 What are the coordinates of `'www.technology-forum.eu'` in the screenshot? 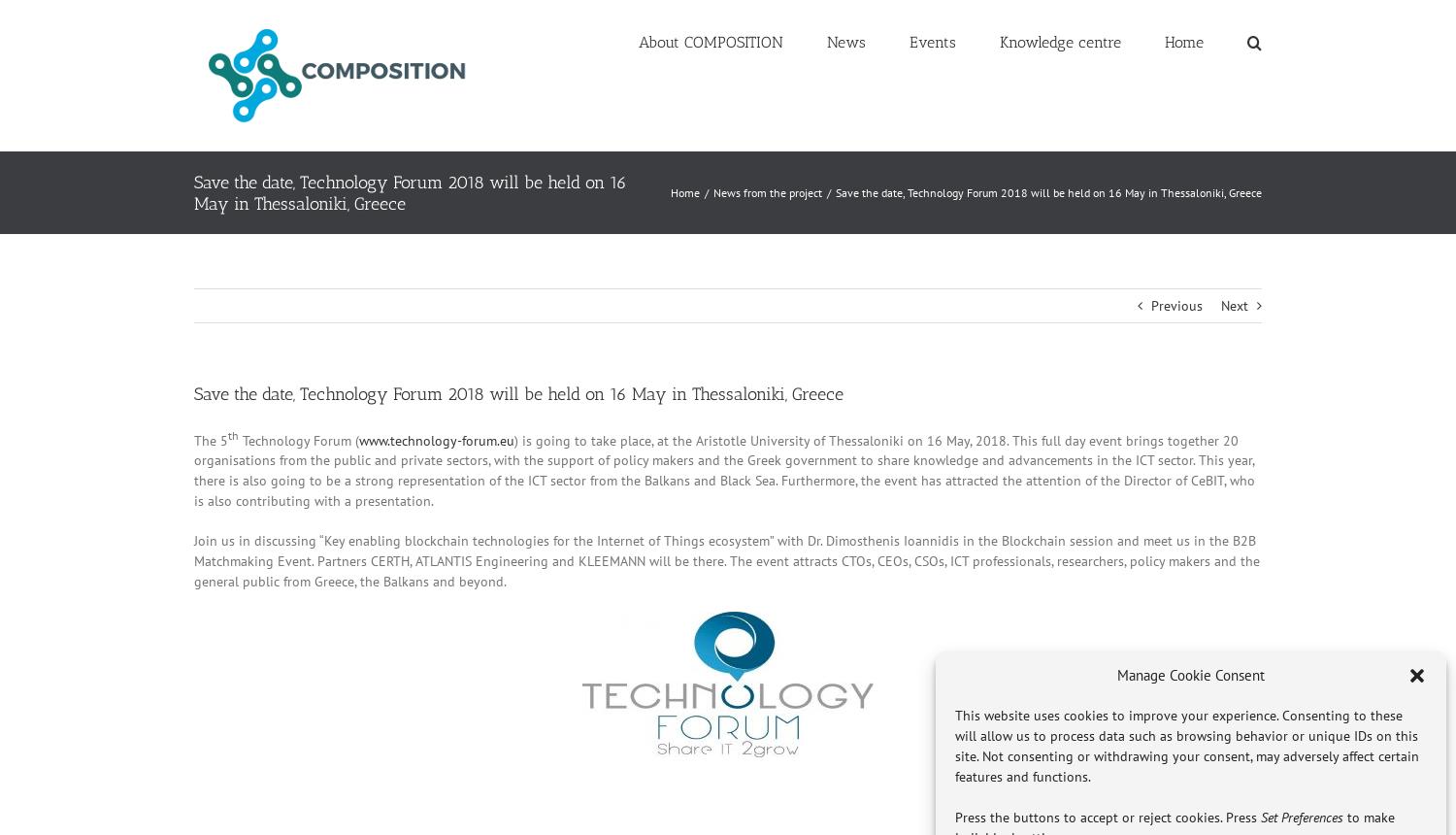 It's located at (436, 439).